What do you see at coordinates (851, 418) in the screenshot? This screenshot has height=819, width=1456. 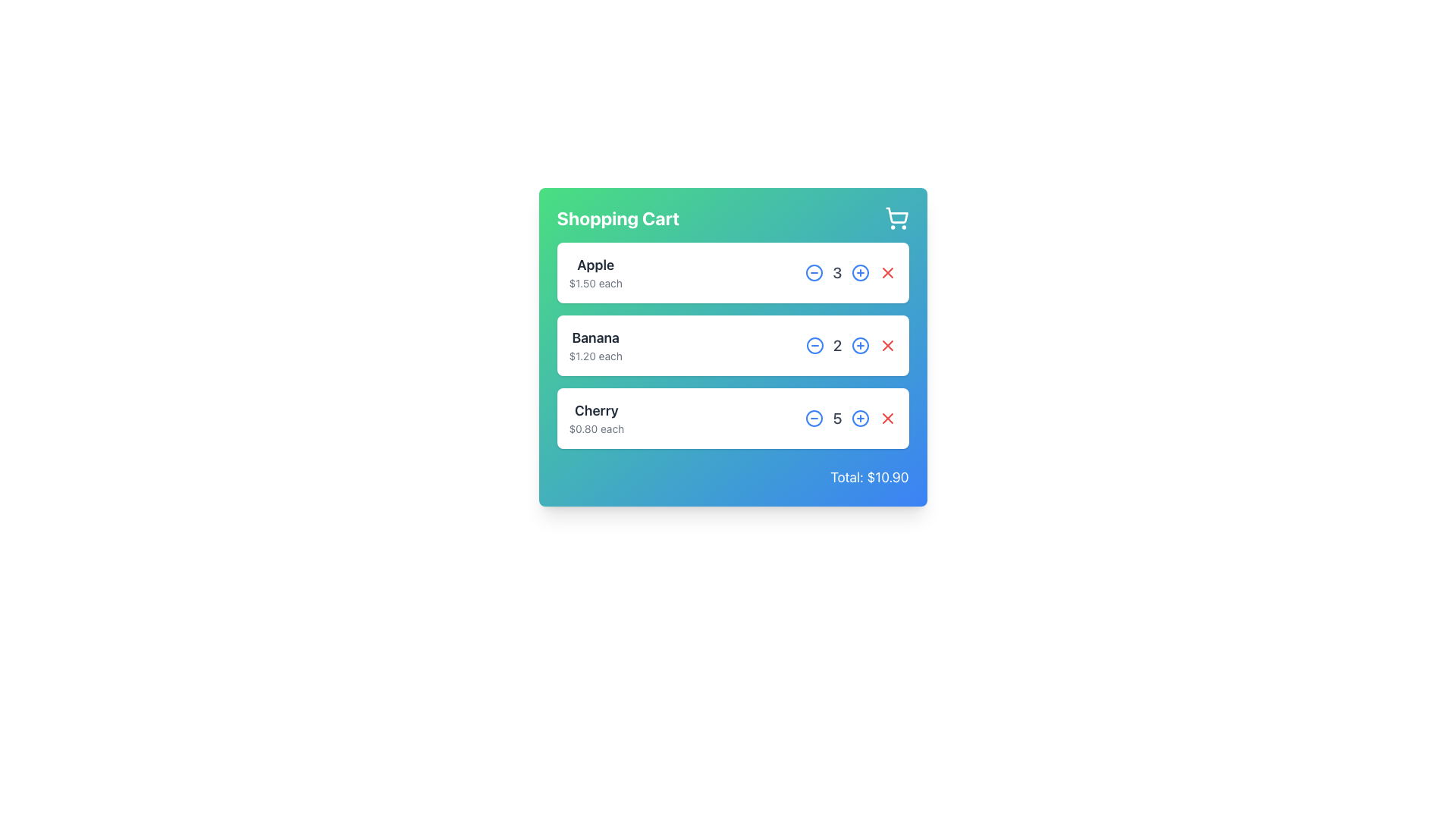 I see `the quantity selector component for the 'Cherry' item in the shopping cart to provide user feedback` at bounding box center [851, 418].